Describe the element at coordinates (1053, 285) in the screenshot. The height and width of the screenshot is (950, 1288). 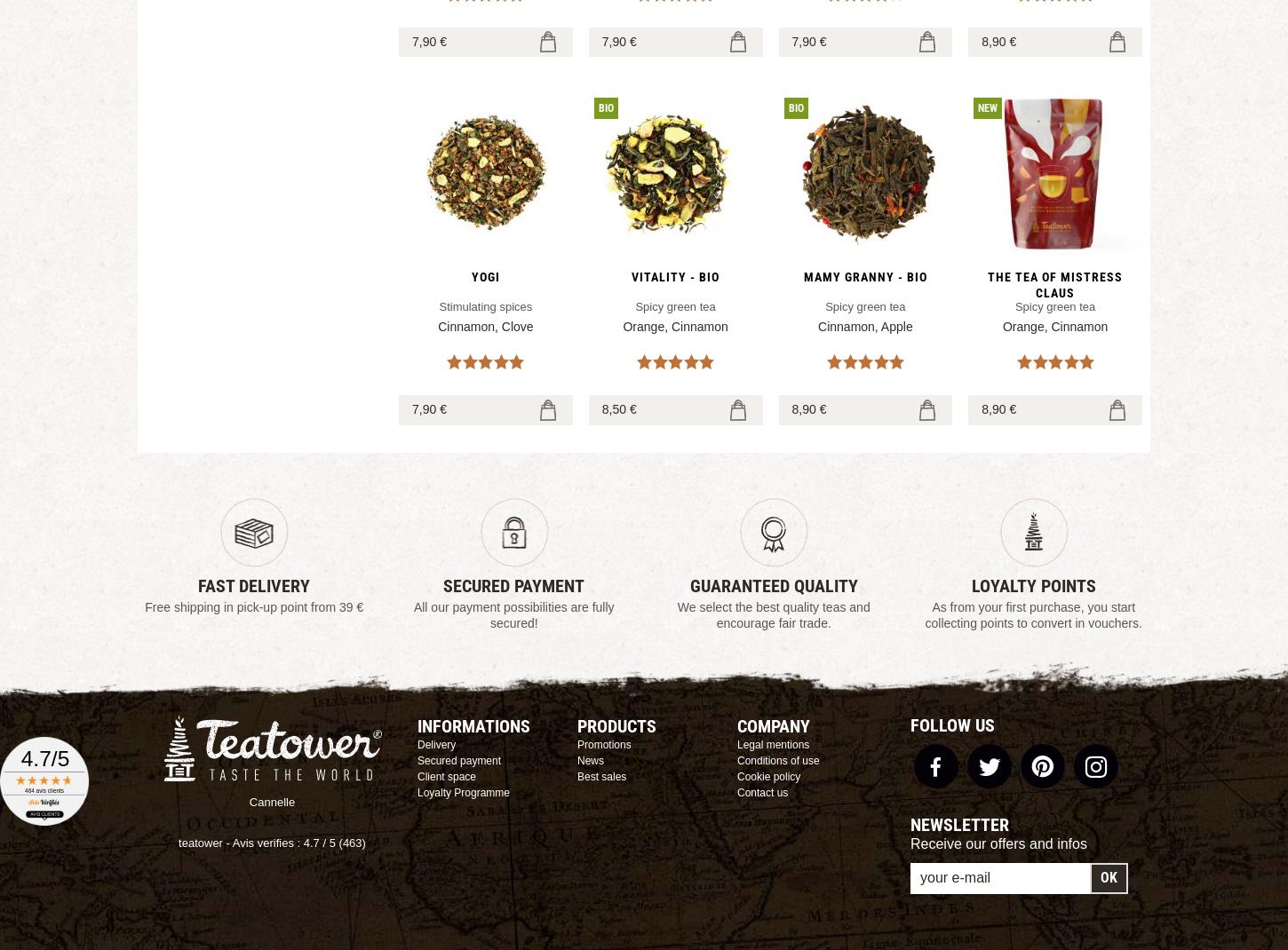
I see `'The tea of Mistress Claus'` at that location.